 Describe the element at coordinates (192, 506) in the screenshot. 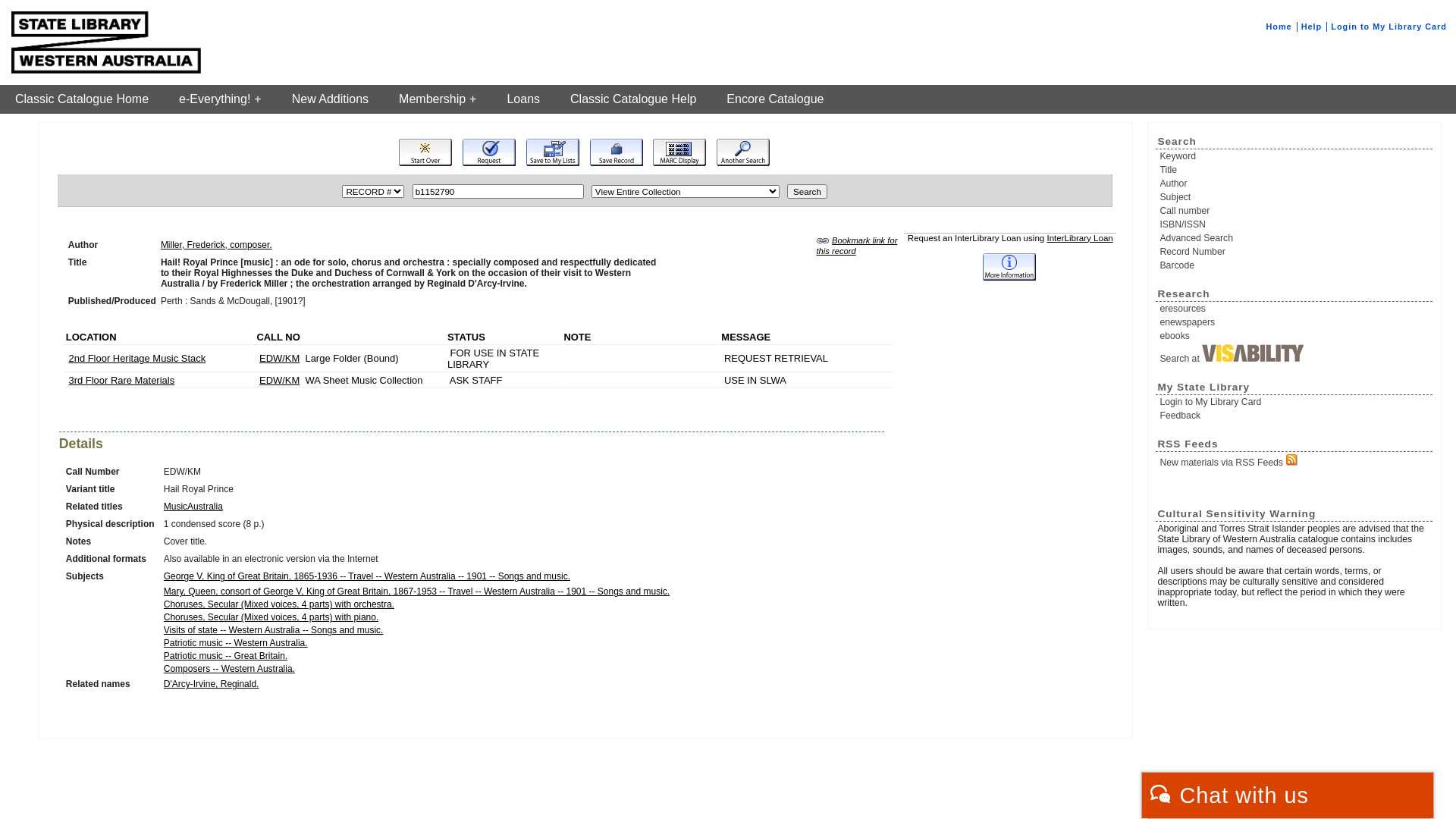

I see `'MusicAustralia'` at that location.